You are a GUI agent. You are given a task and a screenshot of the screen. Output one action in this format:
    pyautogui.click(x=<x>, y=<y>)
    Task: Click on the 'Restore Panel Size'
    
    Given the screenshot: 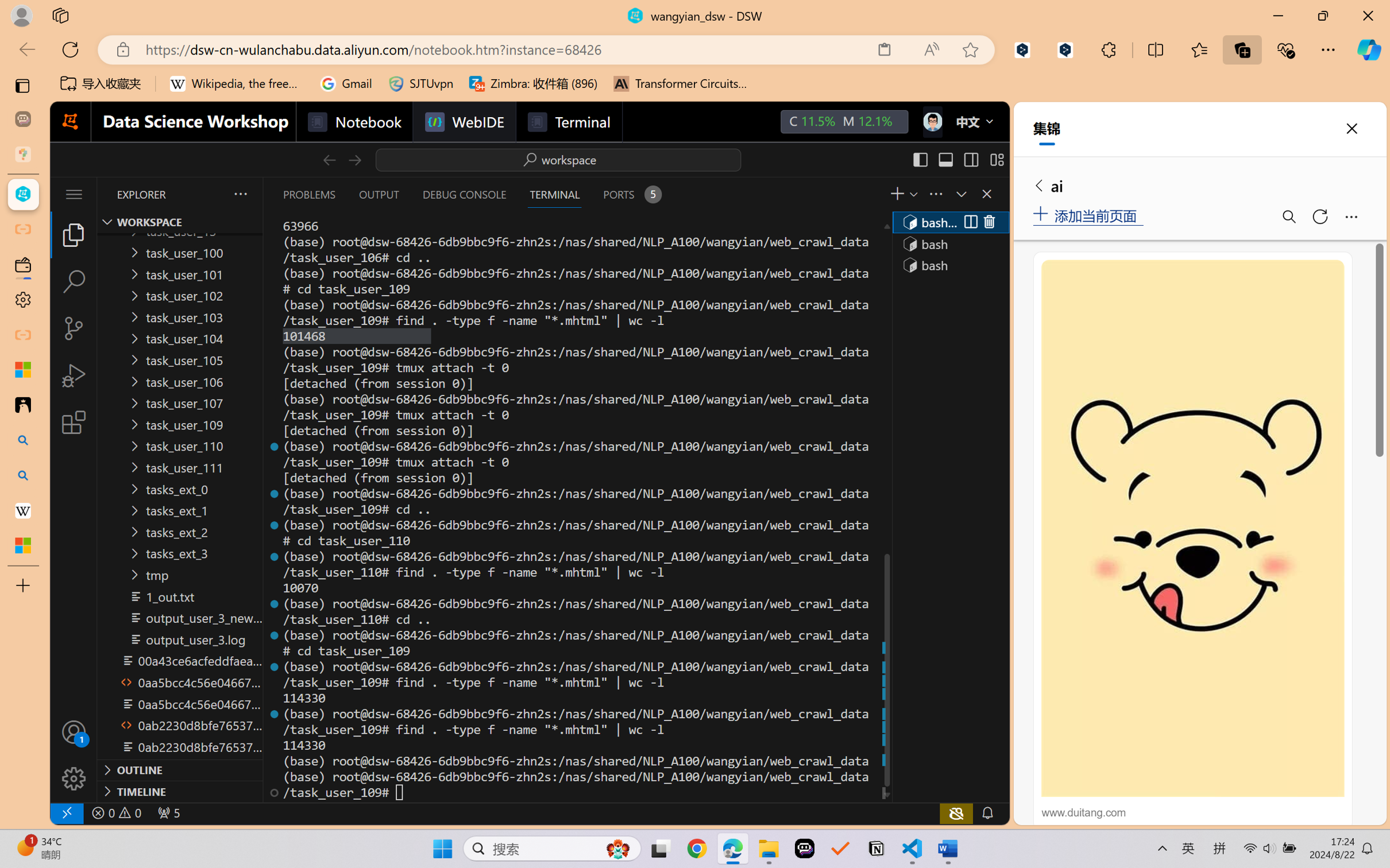 What is the action you would take?
    pyautogui.click(x=959, y=193)
    